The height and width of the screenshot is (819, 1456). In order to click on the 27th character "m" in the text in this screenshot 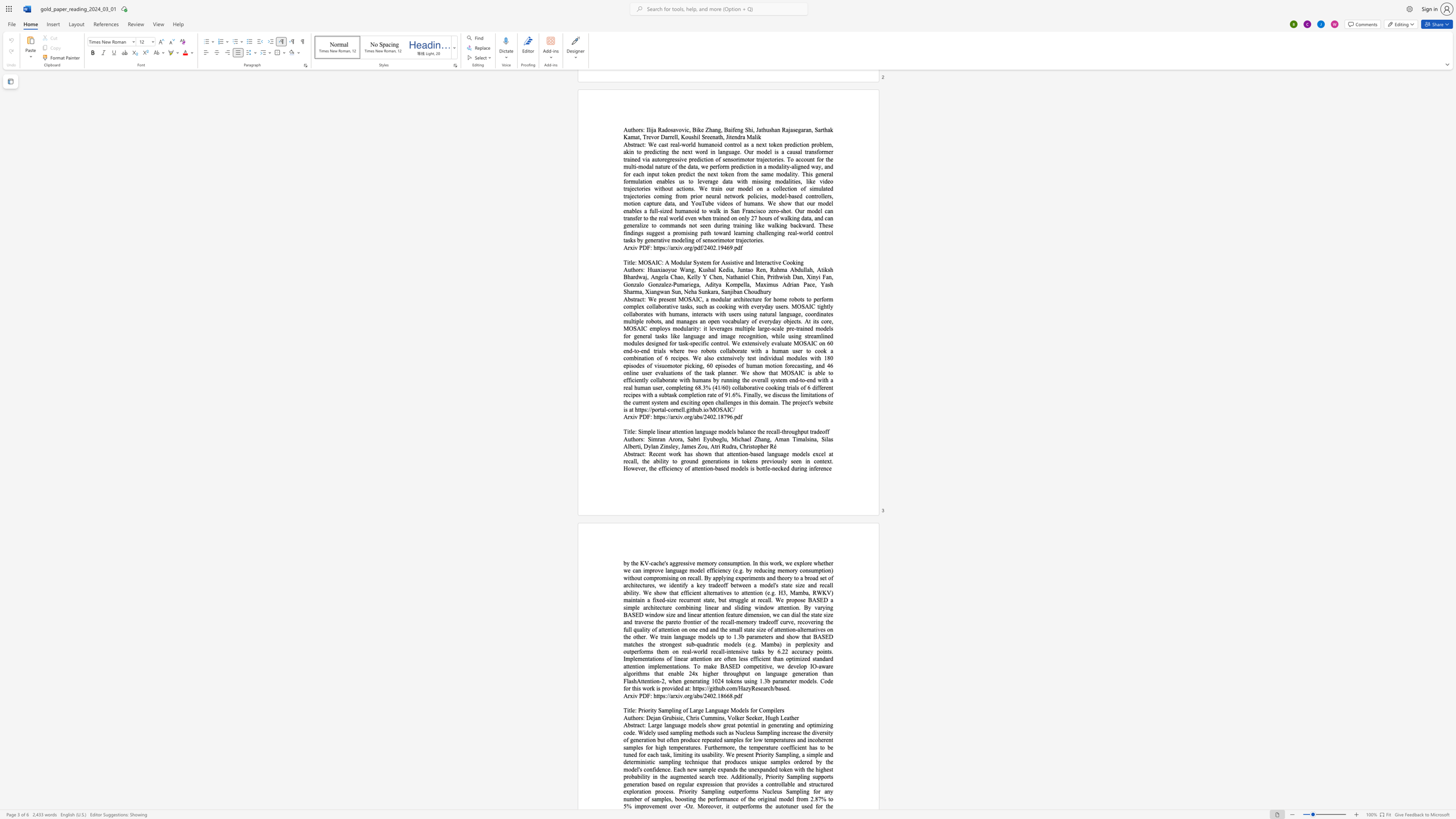, I will do `click(724, 798)`.